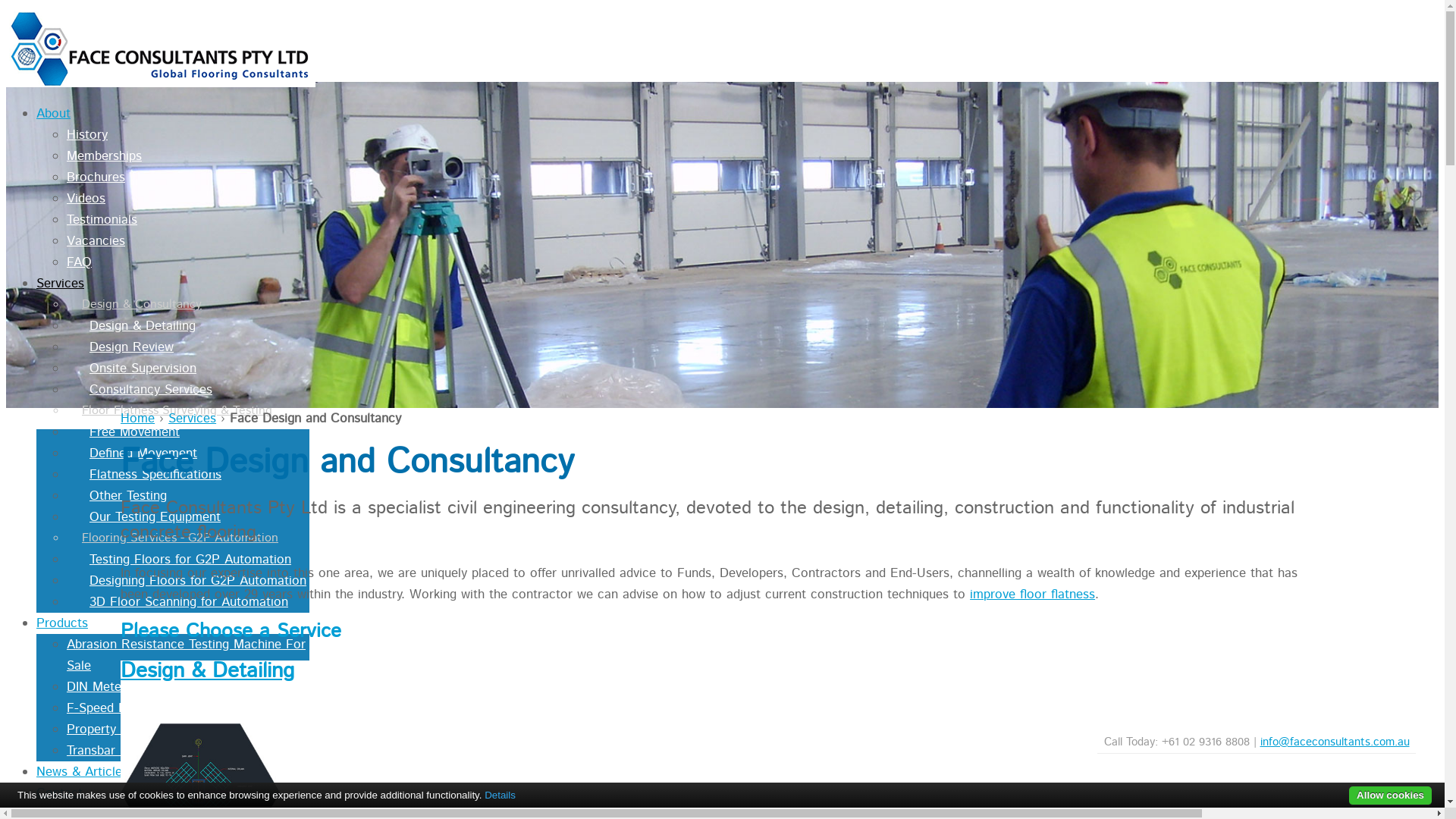 The image size is (1456, 819). Describe the element at coordinates (119, 347) in the screenshot. I see `'Design Review'` at that location.